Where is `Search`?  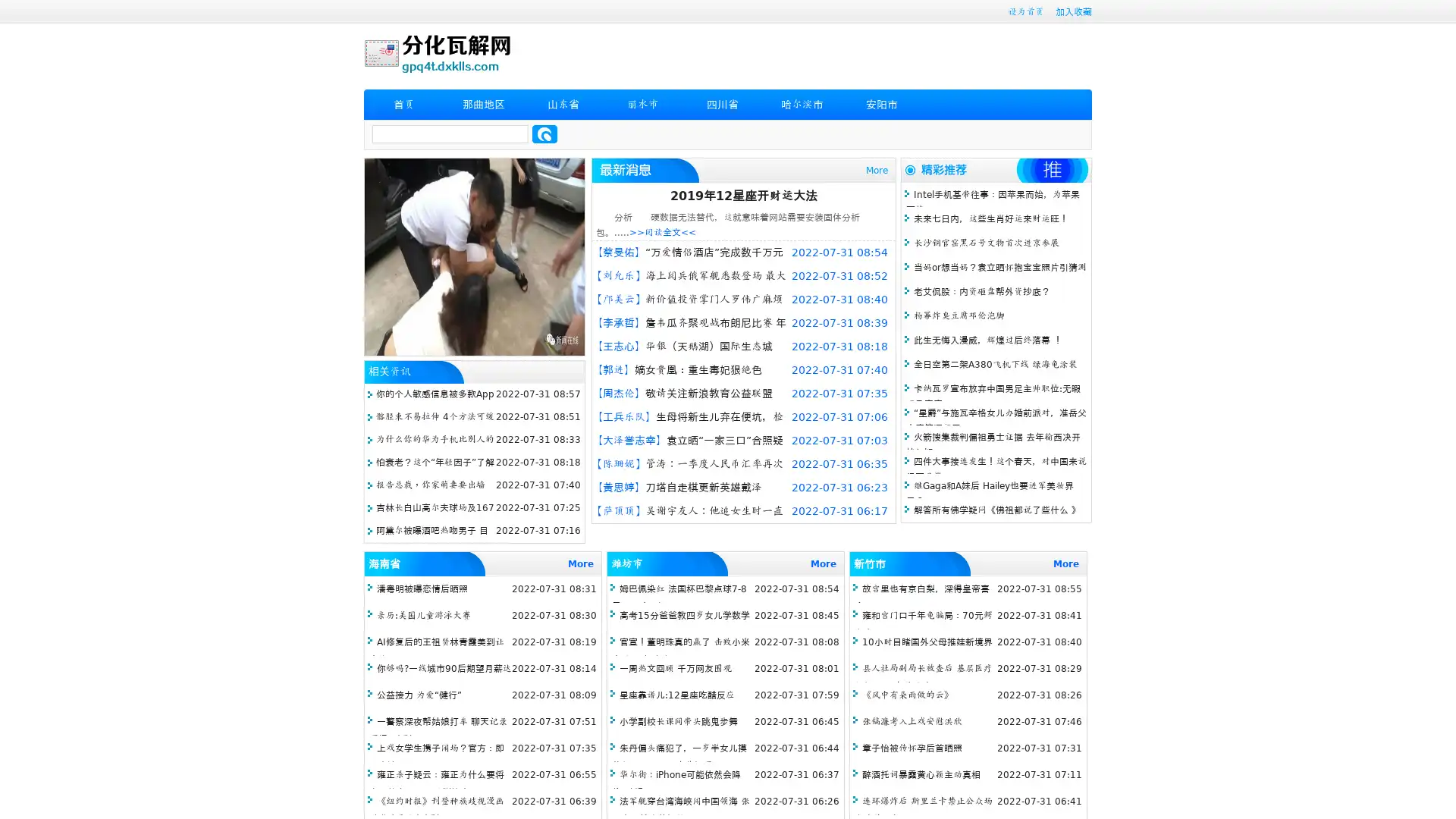 Search is located at coordinates (544, 133).